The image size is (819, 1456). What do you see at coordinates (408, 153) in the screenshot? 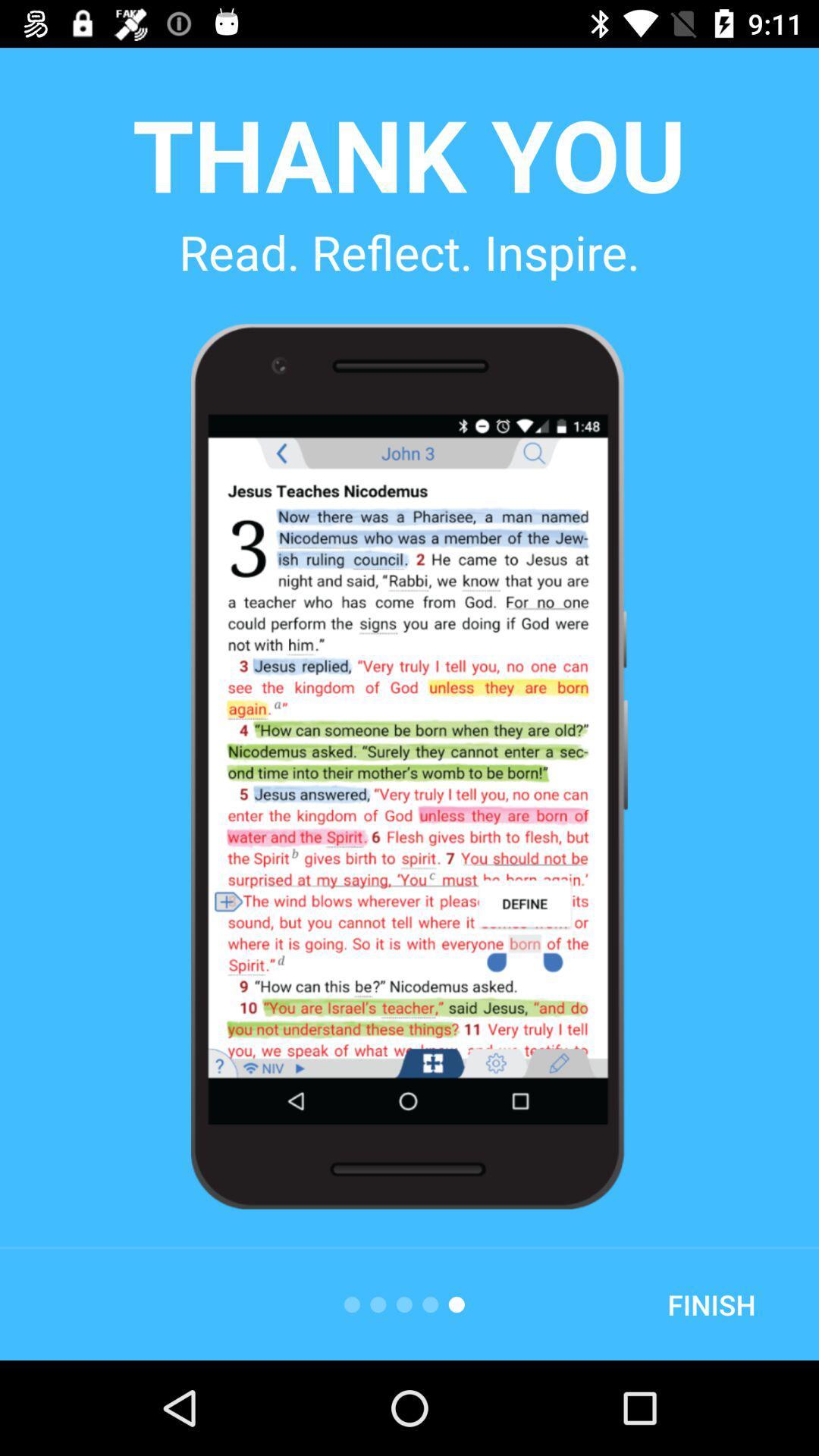
I see `item above the read. reflect. inspire.` at bounding box center [408, 153].